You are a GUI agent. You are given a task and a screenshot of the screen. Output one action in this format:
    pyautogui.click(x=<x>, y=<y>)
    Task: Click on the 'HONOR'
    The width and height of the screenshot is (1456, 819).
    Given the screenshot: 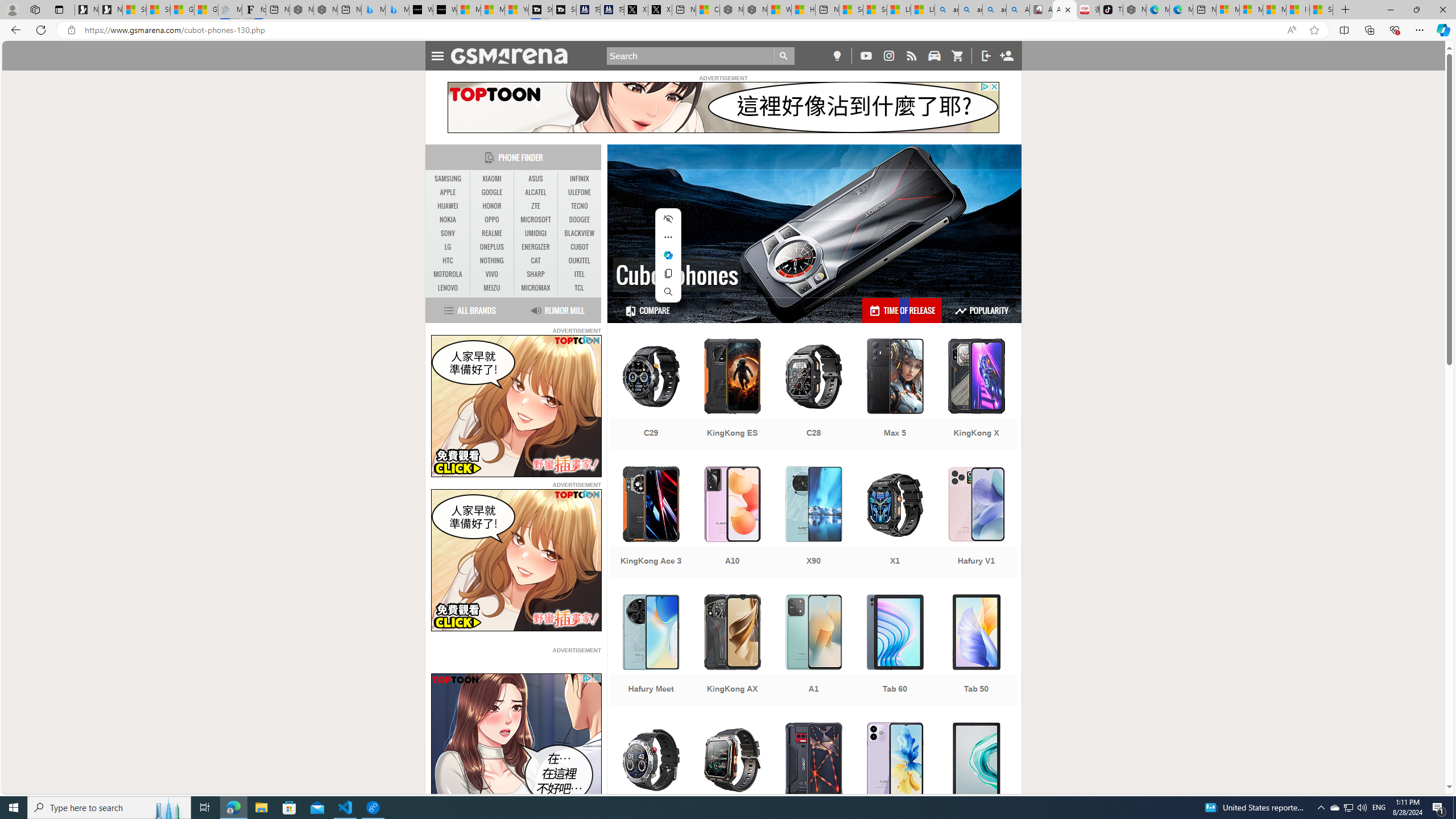 What is the action you would take?
    pyautogui.click(x=491, y=205)
    